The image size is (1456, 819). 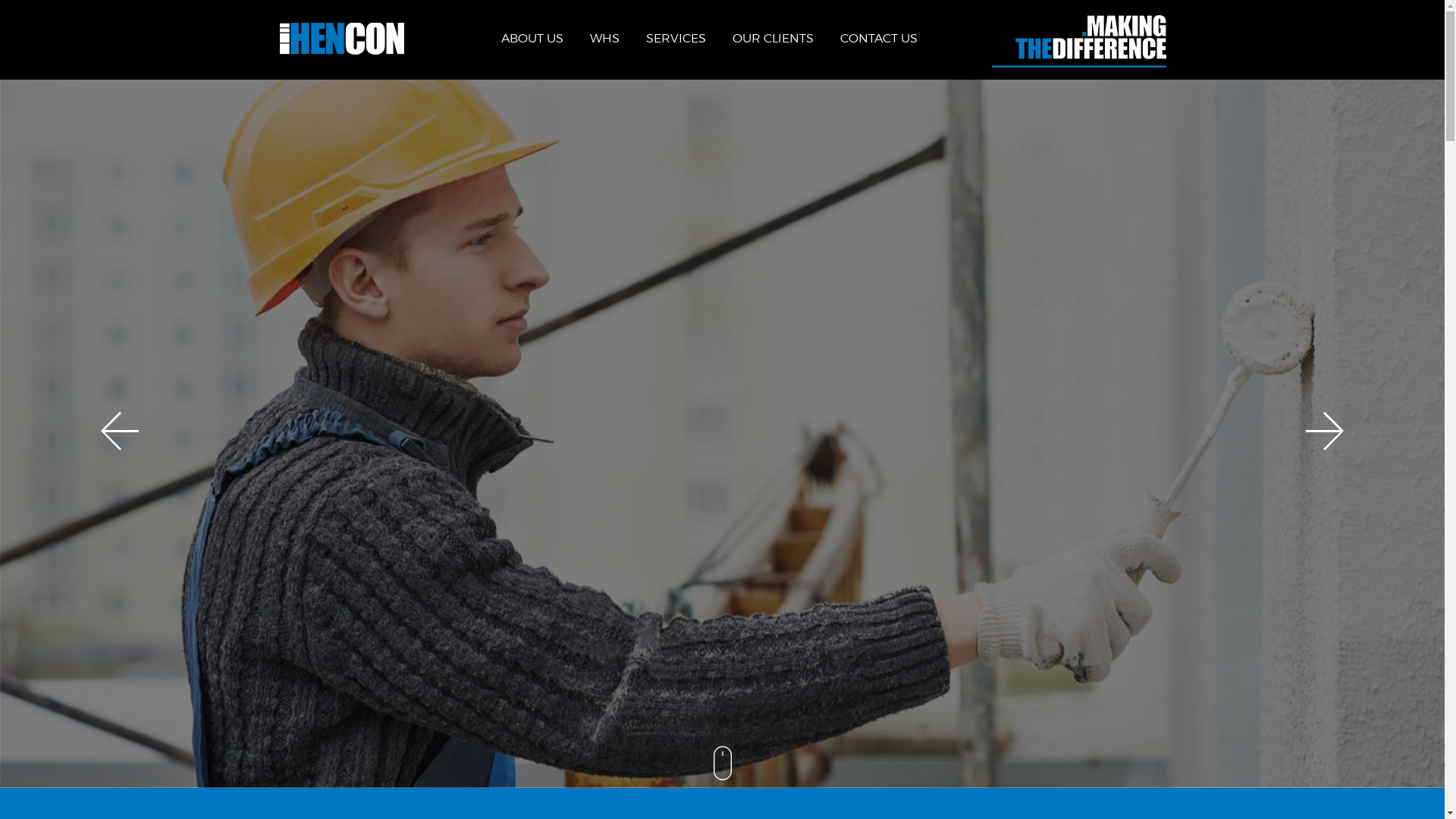 I want to click on 'ABOUT US', so click(x=531, y=37).